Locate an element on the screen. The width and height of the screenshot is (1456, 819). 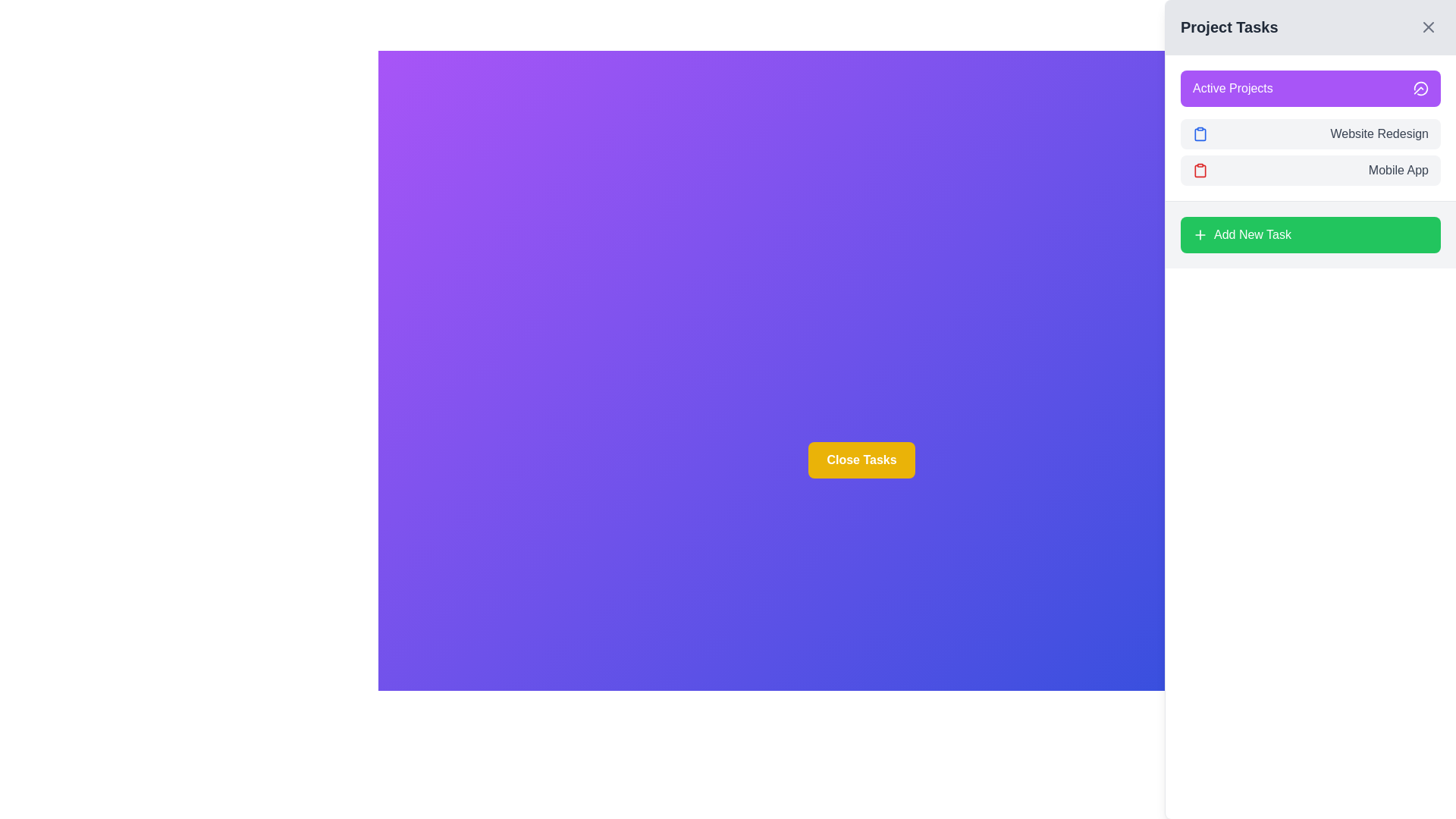
the 'Active Projects' button located at the top of the 'Project Tasks' sidebar panel is located at coordinates (1310, 88).